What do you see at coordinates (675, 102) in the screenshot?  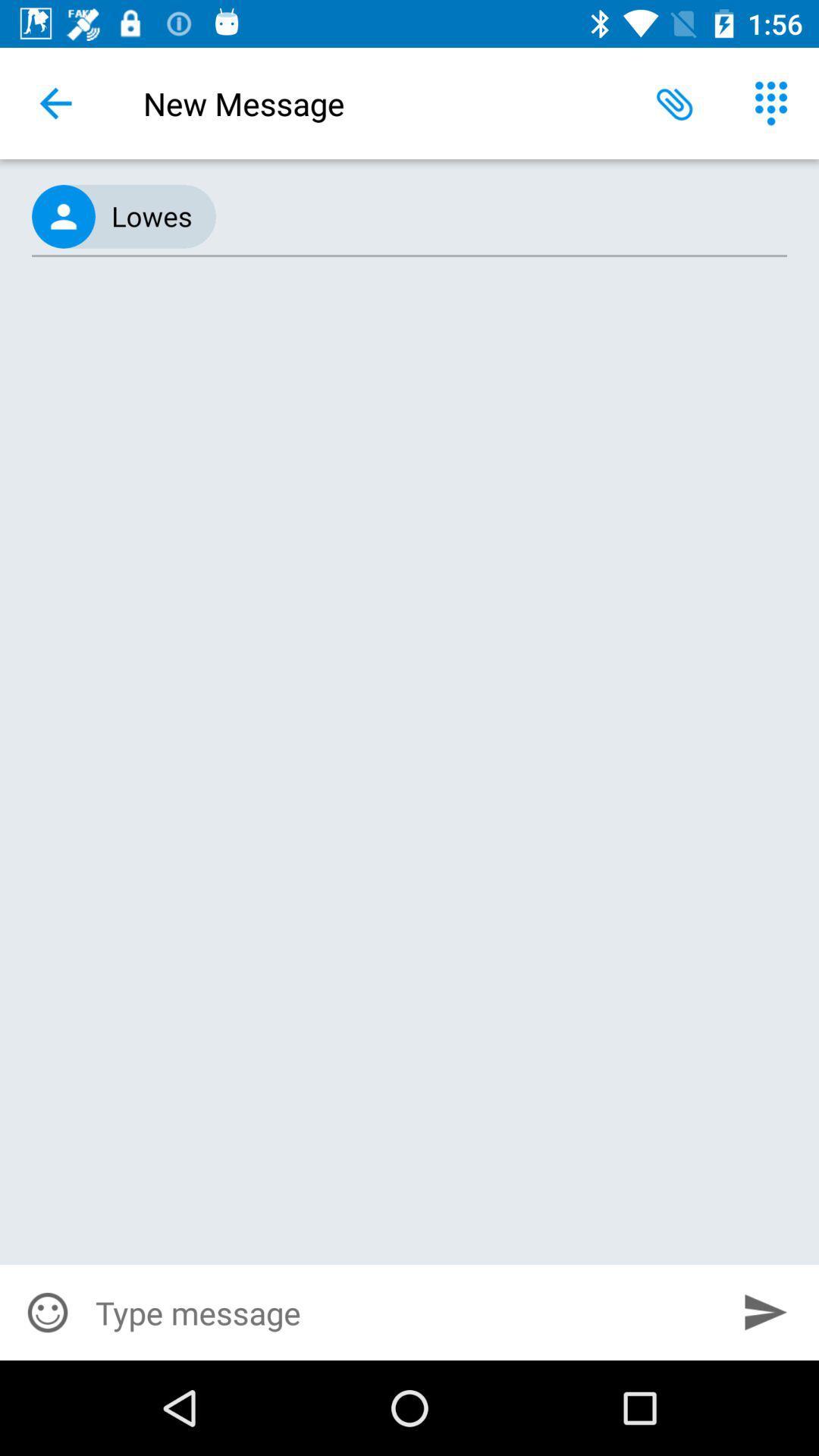 I see `icon above (415) 486-8611,  item` at bounding box center [675, 102].